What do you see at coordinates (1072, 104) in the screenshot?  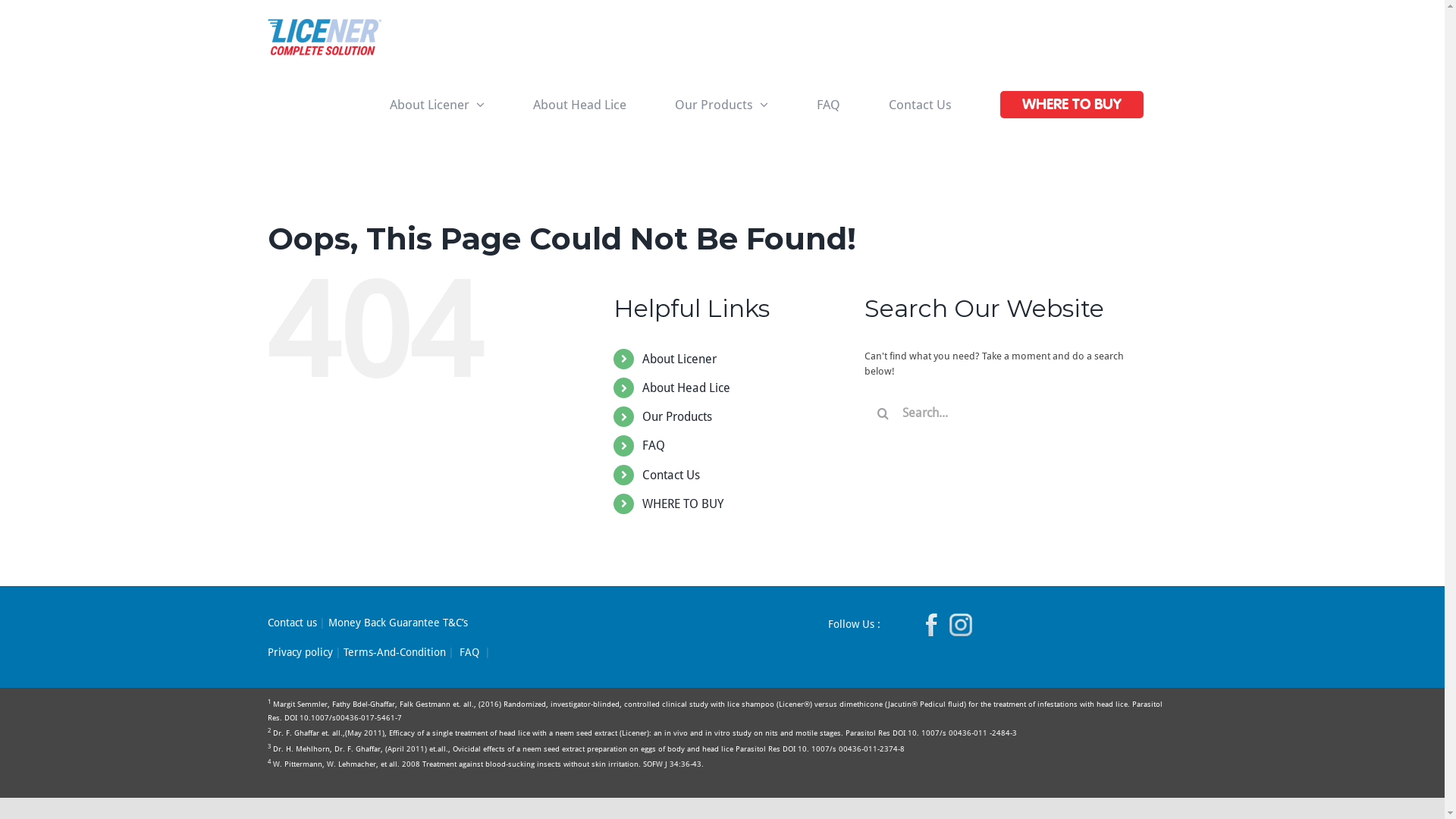 I see `'WHERE TO BUY'` at bounding box center [1072, 104].